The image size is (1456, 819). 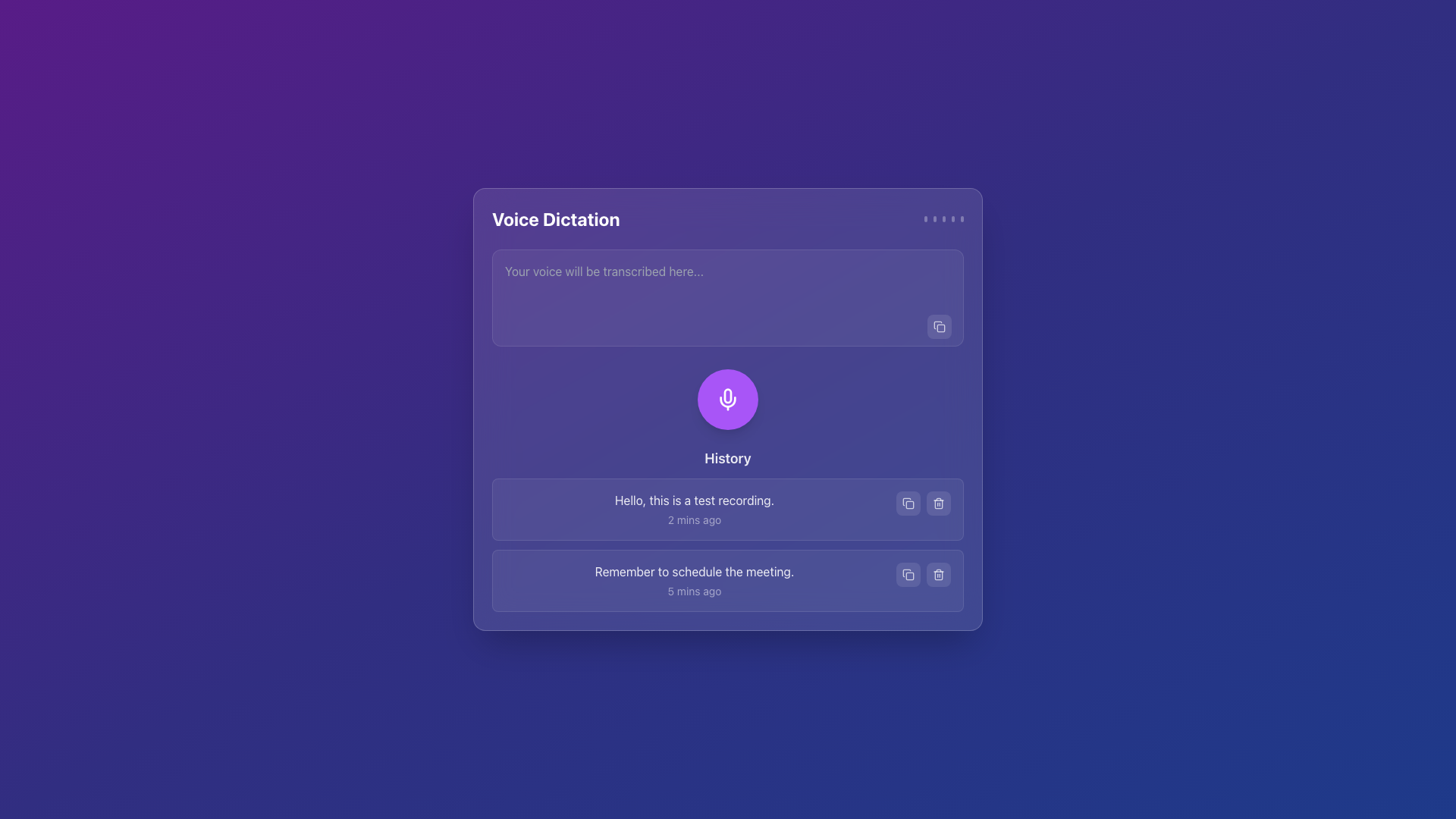 What do you see at coordinates (728, 399) in the screenshot?
I see `the circular purple button with a white microphone icon in the 'Voice Dictation' module` at bounding box center [728, 399].